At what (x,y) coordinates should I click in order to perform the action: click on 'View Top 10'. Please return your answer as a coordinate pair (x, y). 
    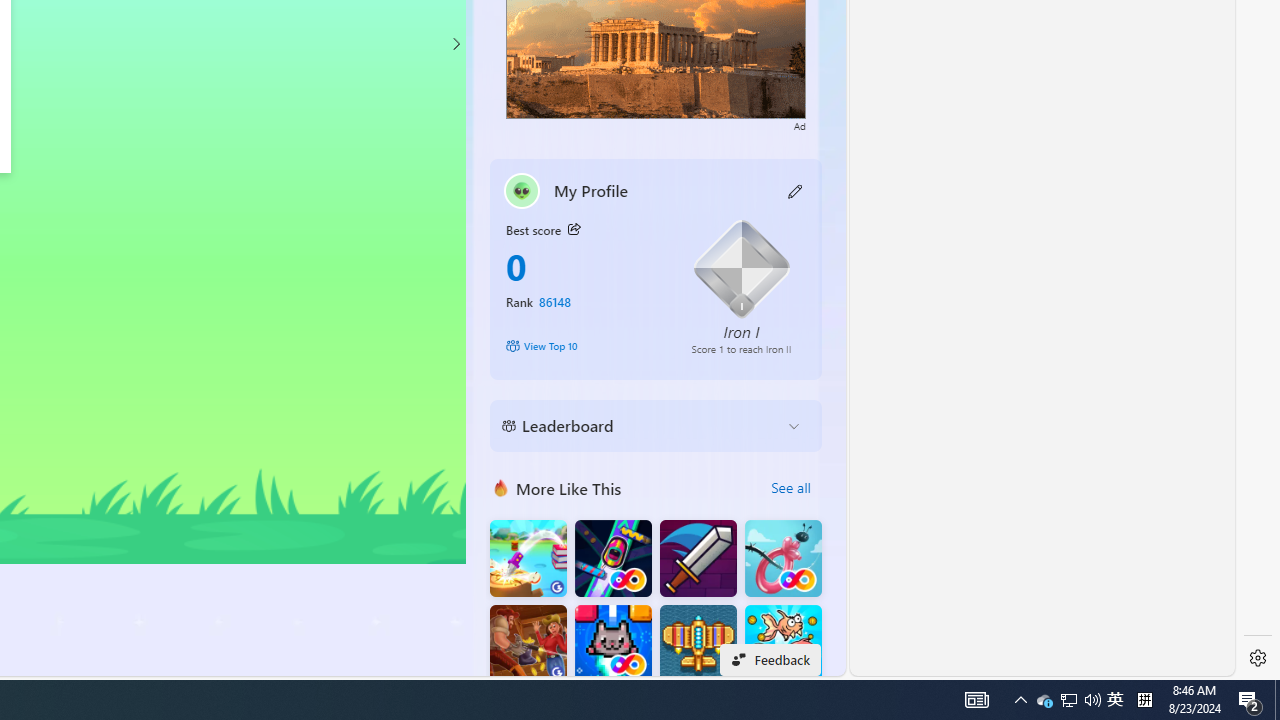
    Looking at the image, I should click on (583, 344).